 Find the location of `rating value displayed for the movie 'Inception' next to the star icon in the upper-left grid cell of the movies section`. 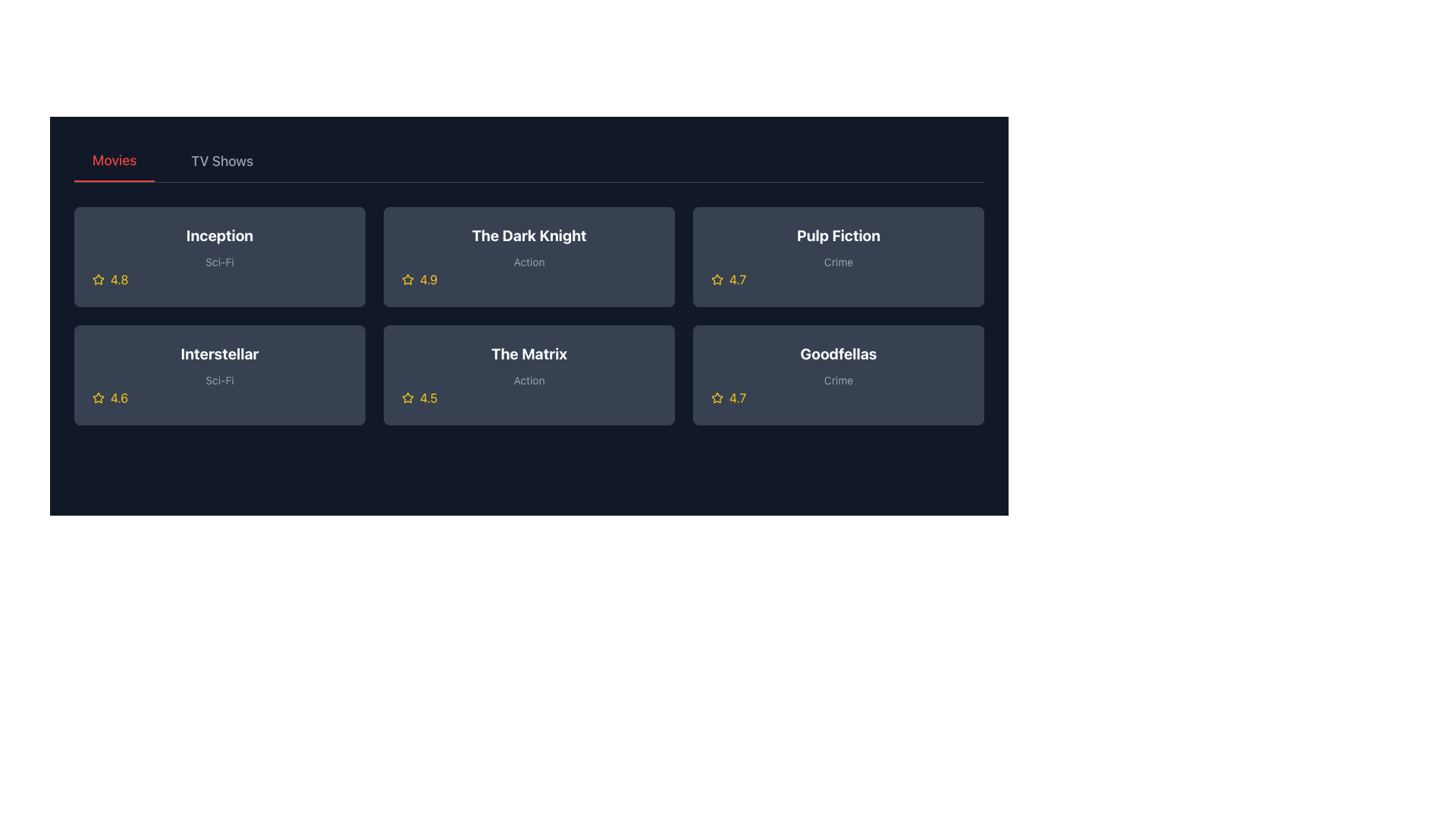

rating value displayed for the movie 'Inception' next to the star icon in the upper-left grid cell of the movies section is located at coordinates (118, 280).